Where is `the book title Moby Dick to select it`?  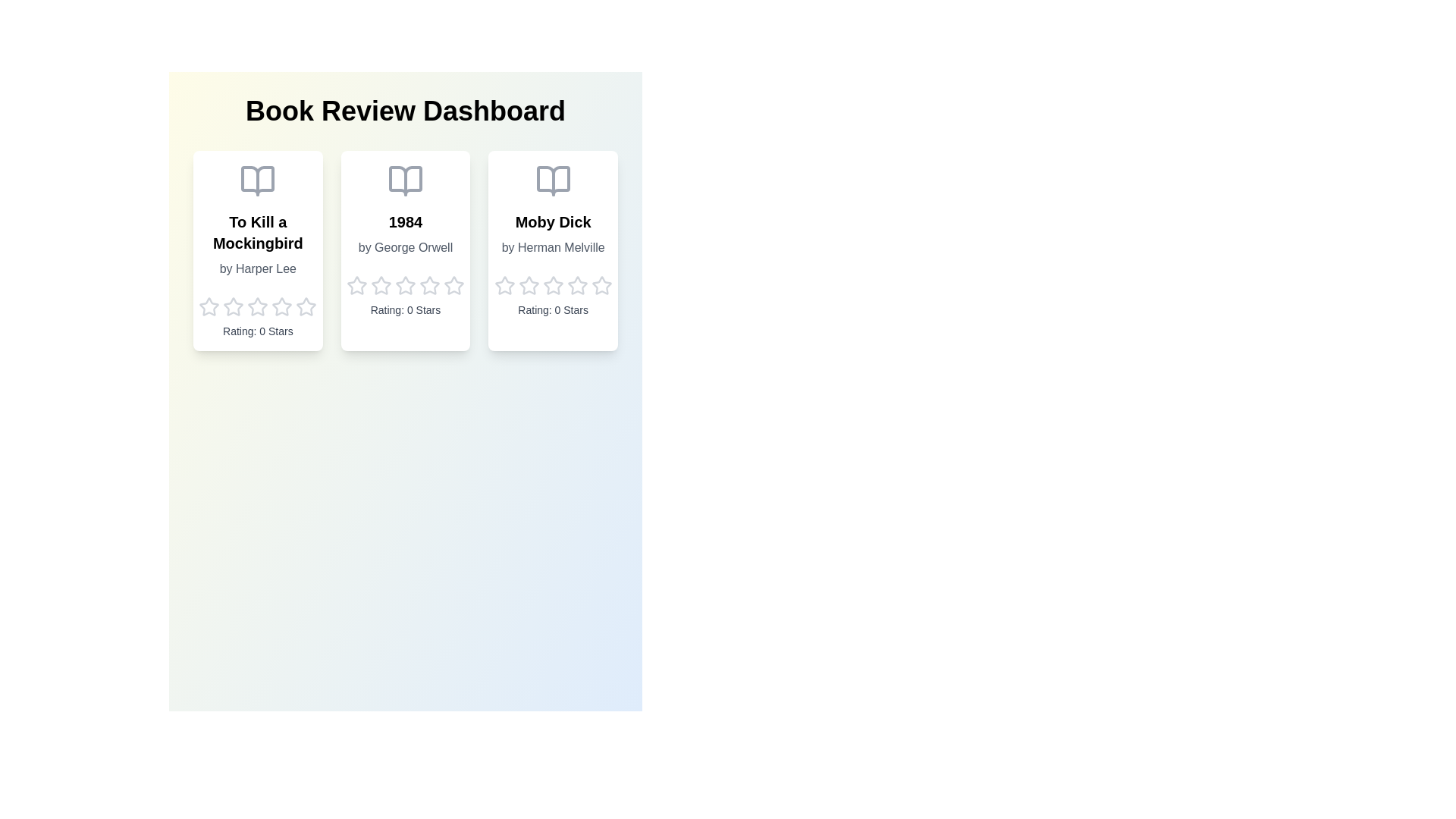 the book title Moby Dick to select it is located at coordinates (552, 222).